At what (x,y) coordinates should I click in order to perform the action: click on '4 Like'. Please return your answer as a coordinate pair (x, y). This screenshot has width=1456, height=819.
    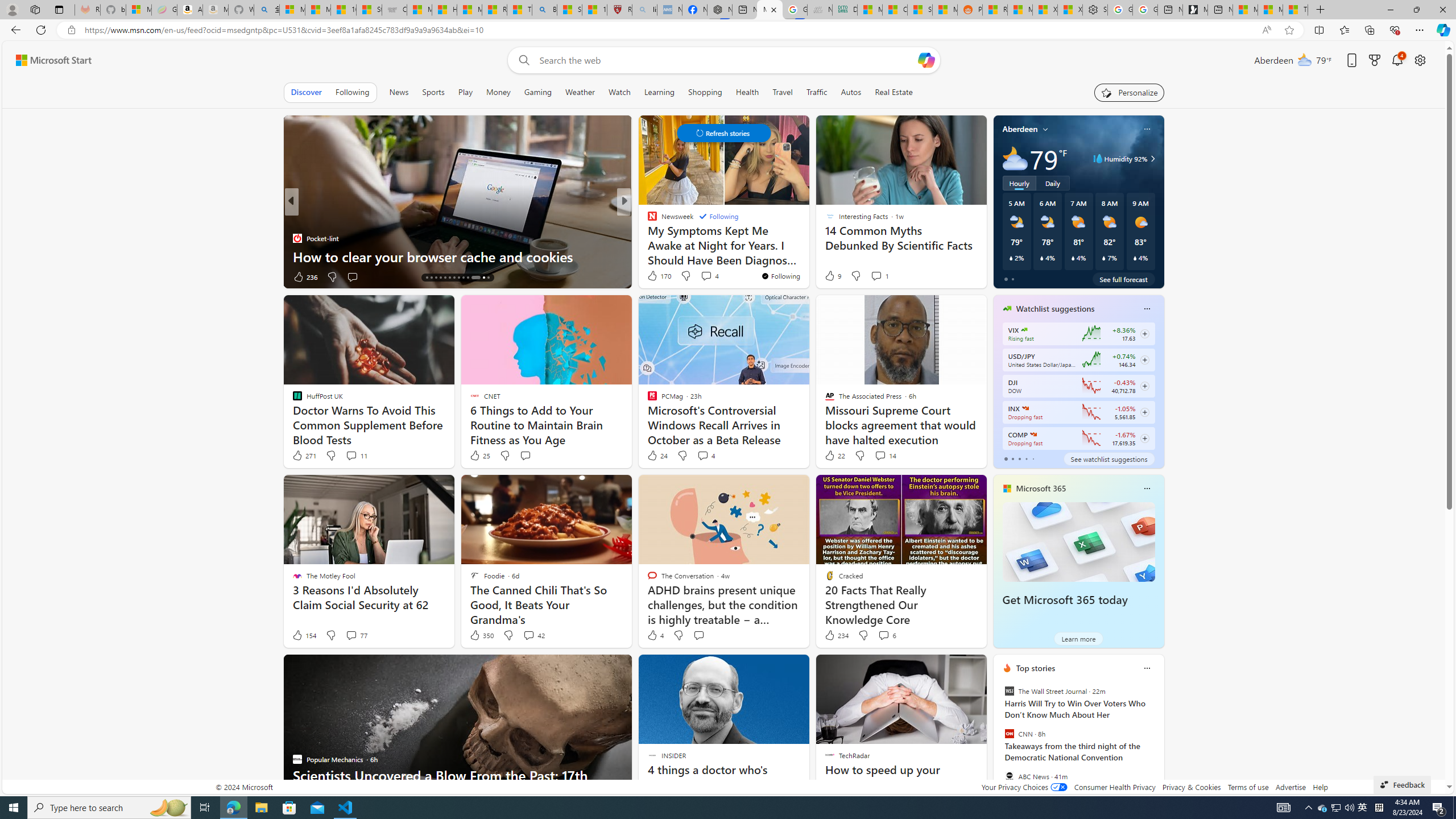
    Looking at the image, I should click on (655, 634).